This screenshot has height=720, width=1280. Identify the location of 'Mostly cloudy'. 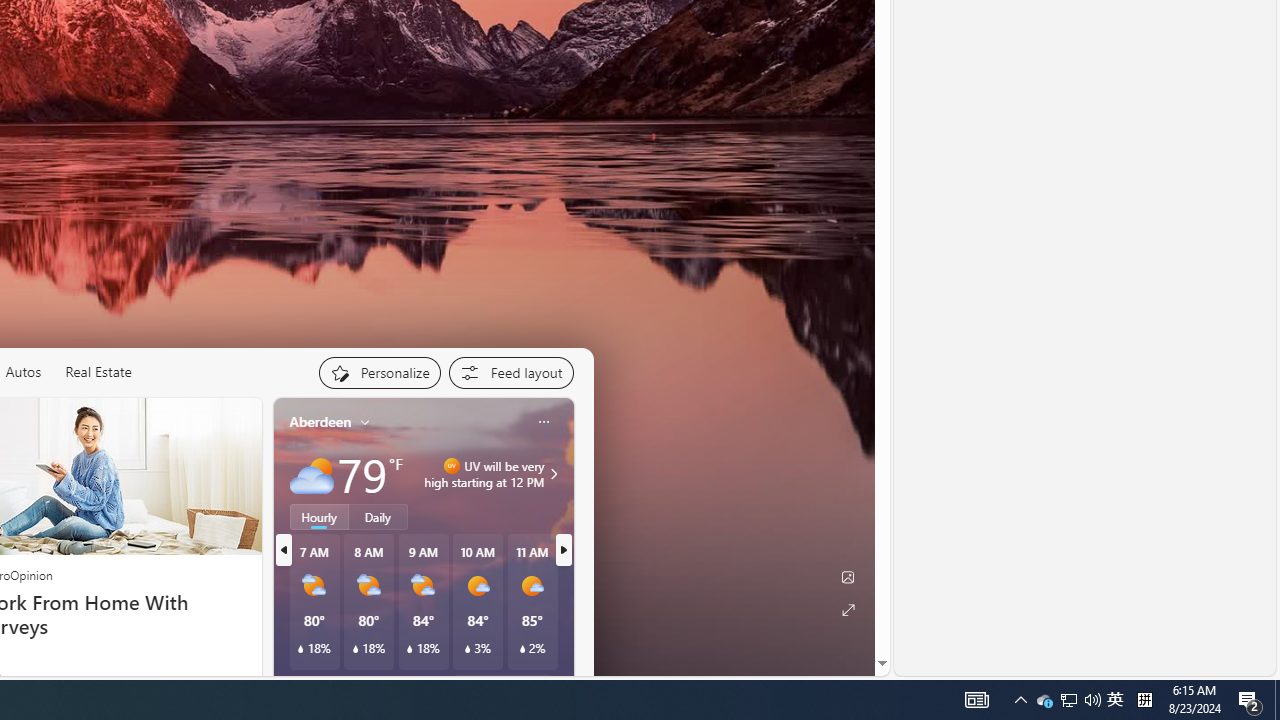
(310, 474).